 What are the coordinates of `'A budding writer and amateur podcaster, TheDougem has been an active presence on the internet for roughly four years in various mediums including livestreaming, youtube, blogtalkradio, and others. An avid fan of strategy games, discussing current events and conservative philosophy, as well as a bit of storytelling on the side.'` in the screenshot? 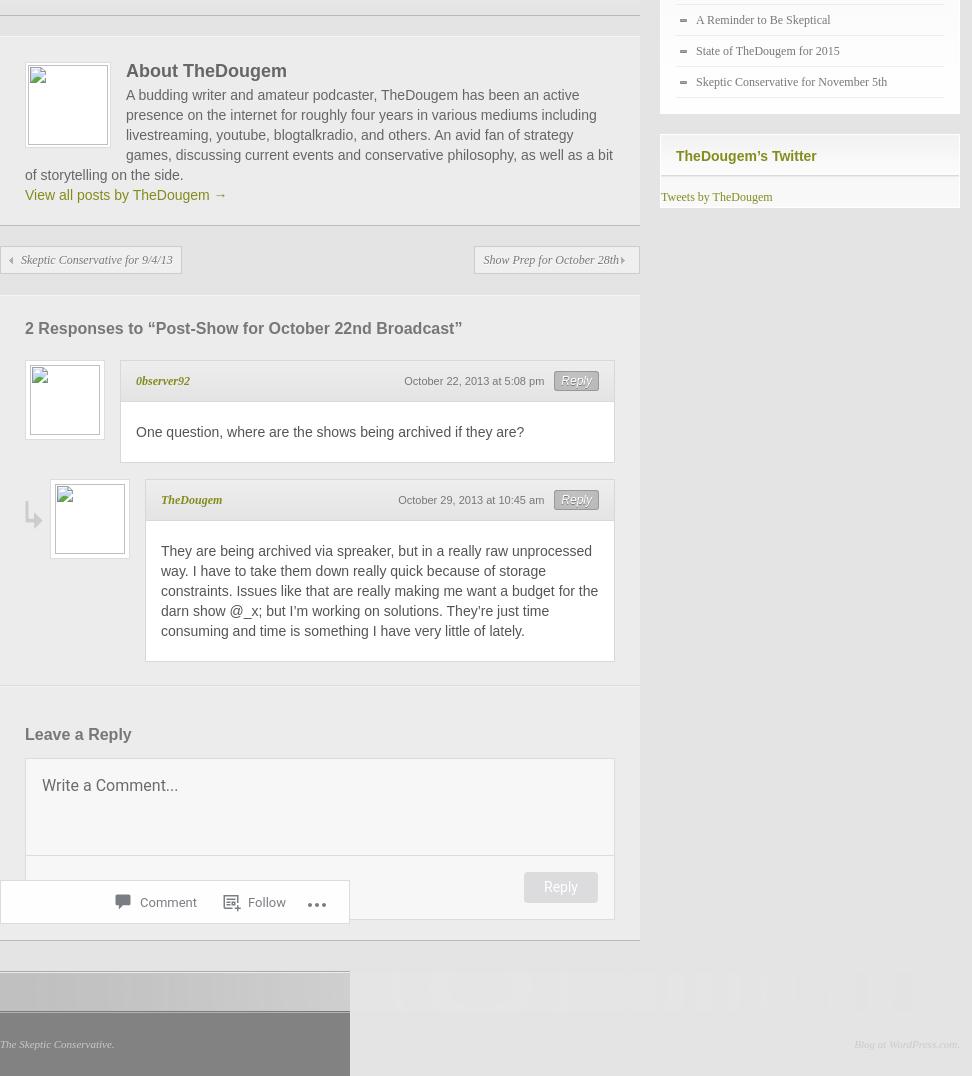 It's located at (317, 134).